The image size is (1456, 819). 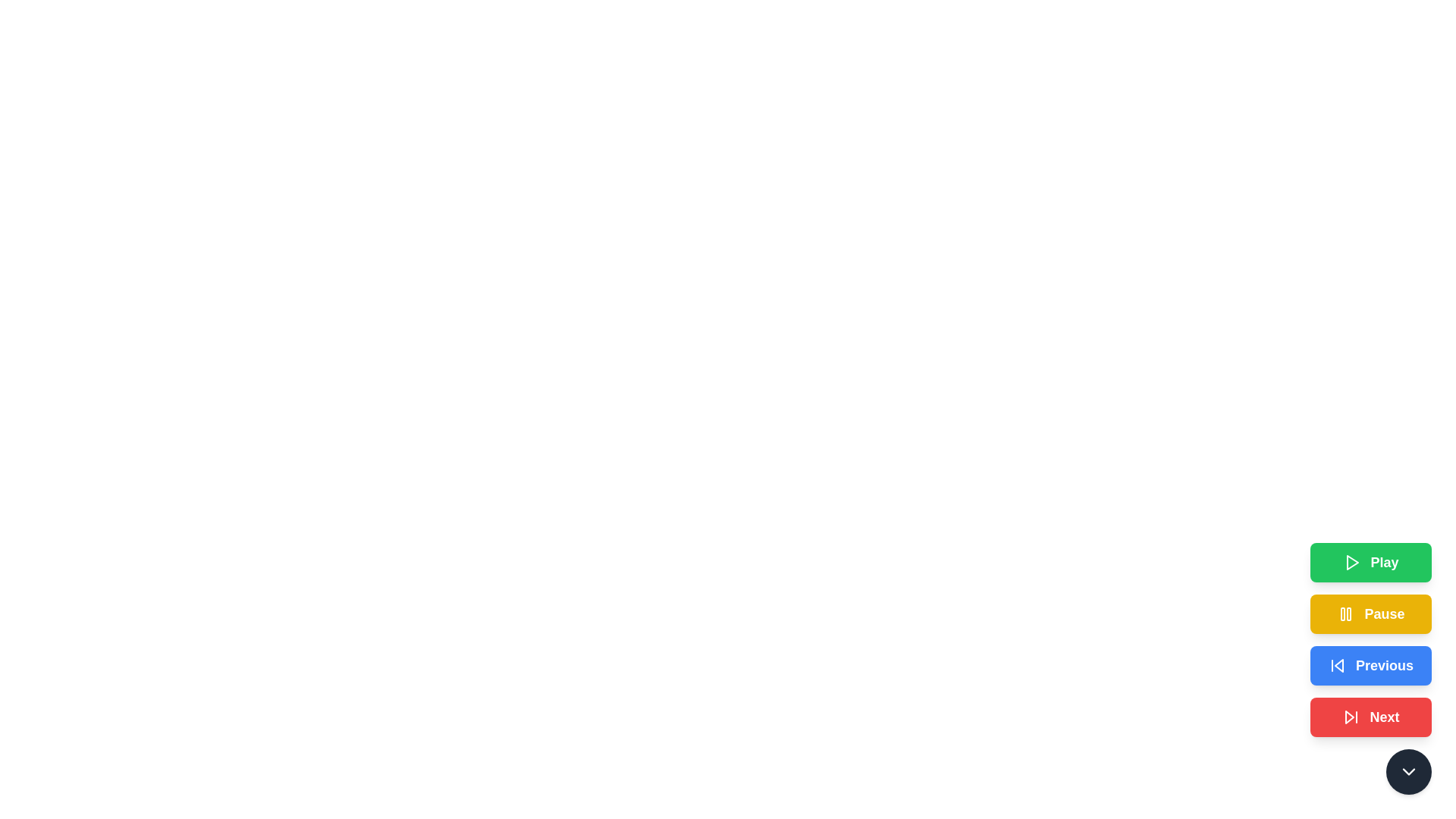 I want to click on the Previous button to perform the corresponding action, so click(x=1371, y=665).